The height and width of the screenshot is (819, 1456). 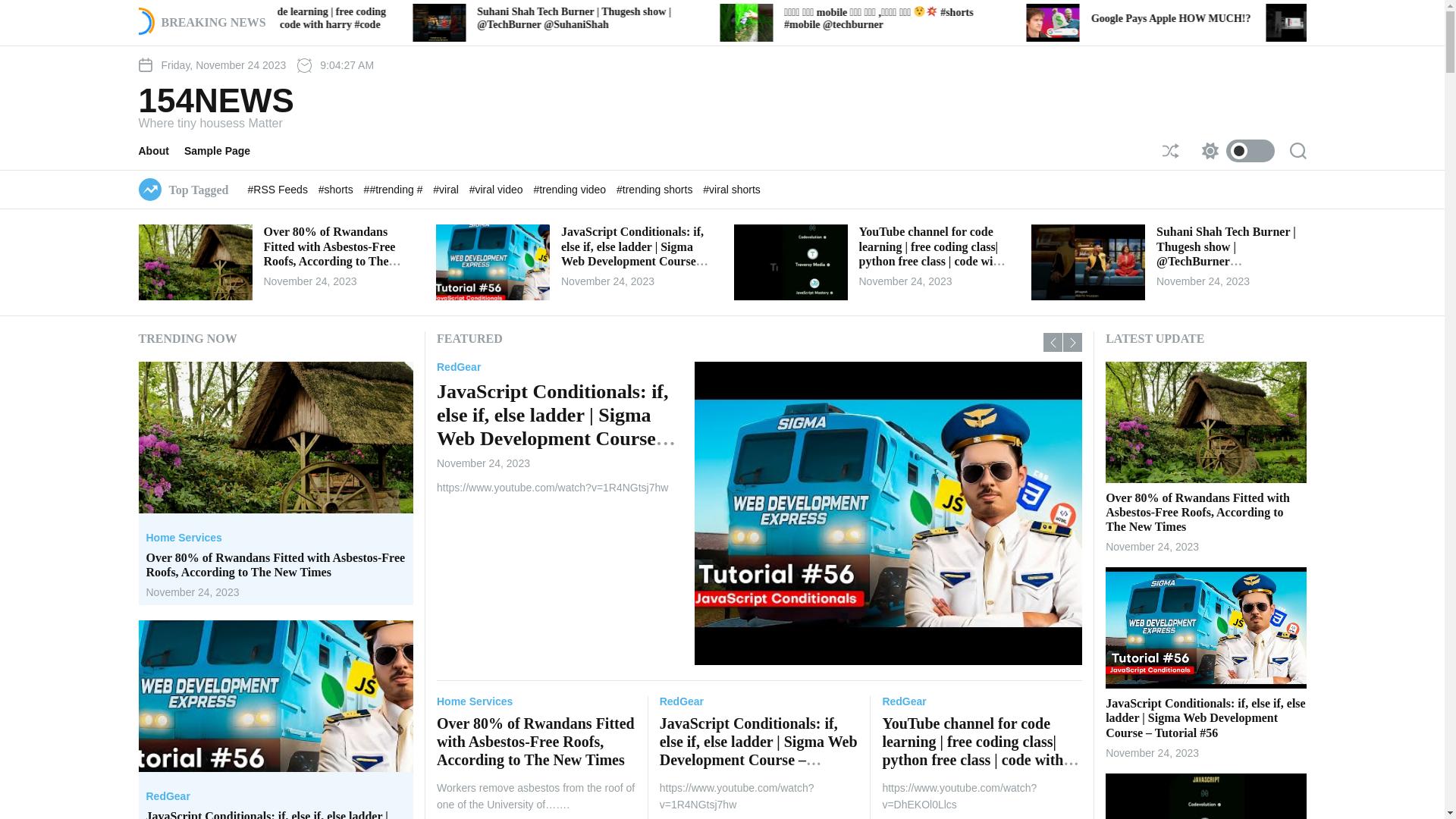 I want to click on '#viral video', so click(x=497, y=189).